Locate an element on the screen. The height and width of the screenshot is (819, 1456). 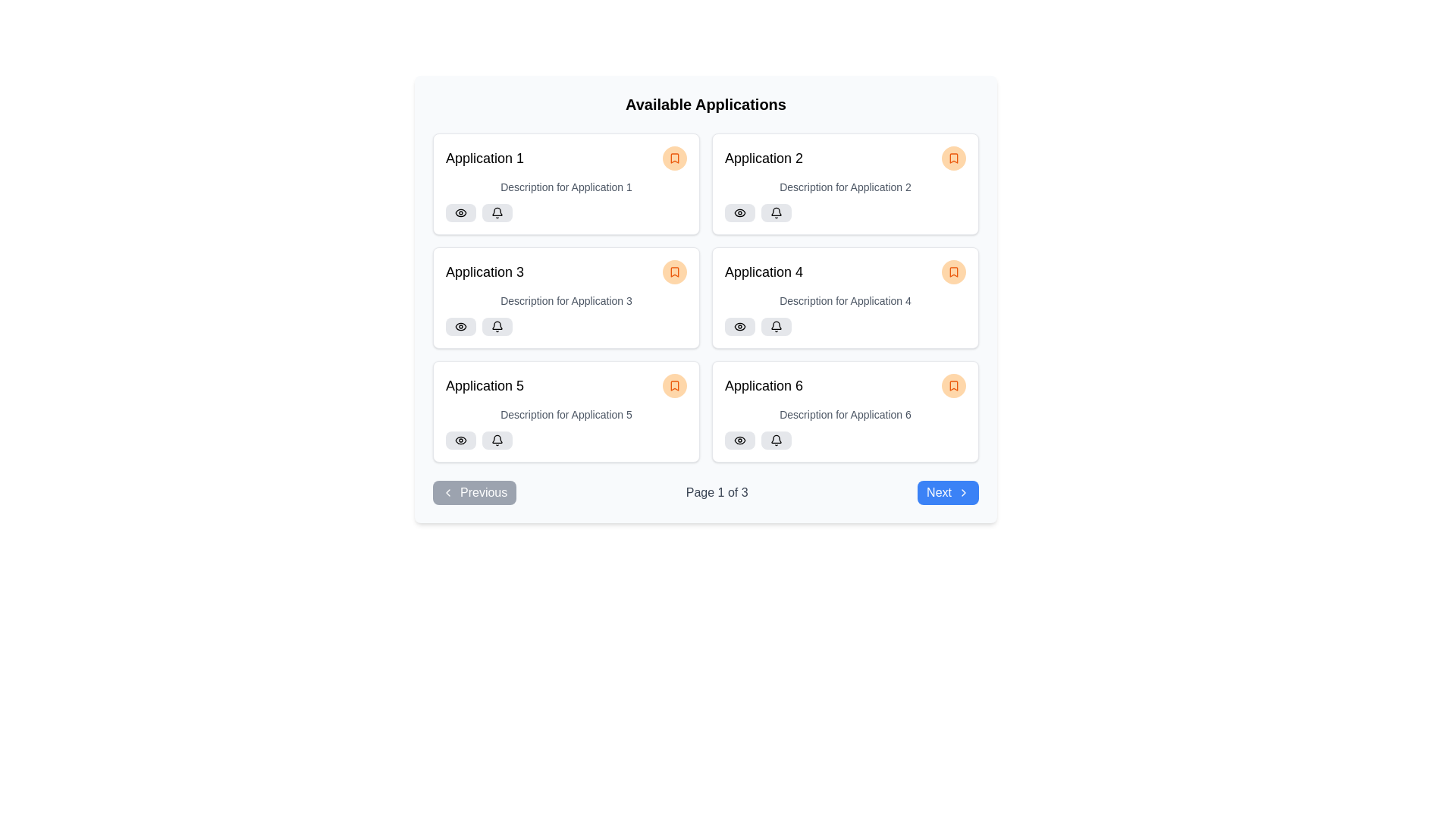
the 'view details' button located in the card labeled 'Application 2' in the upper right section of the layout is located at coordinates (739, 213).